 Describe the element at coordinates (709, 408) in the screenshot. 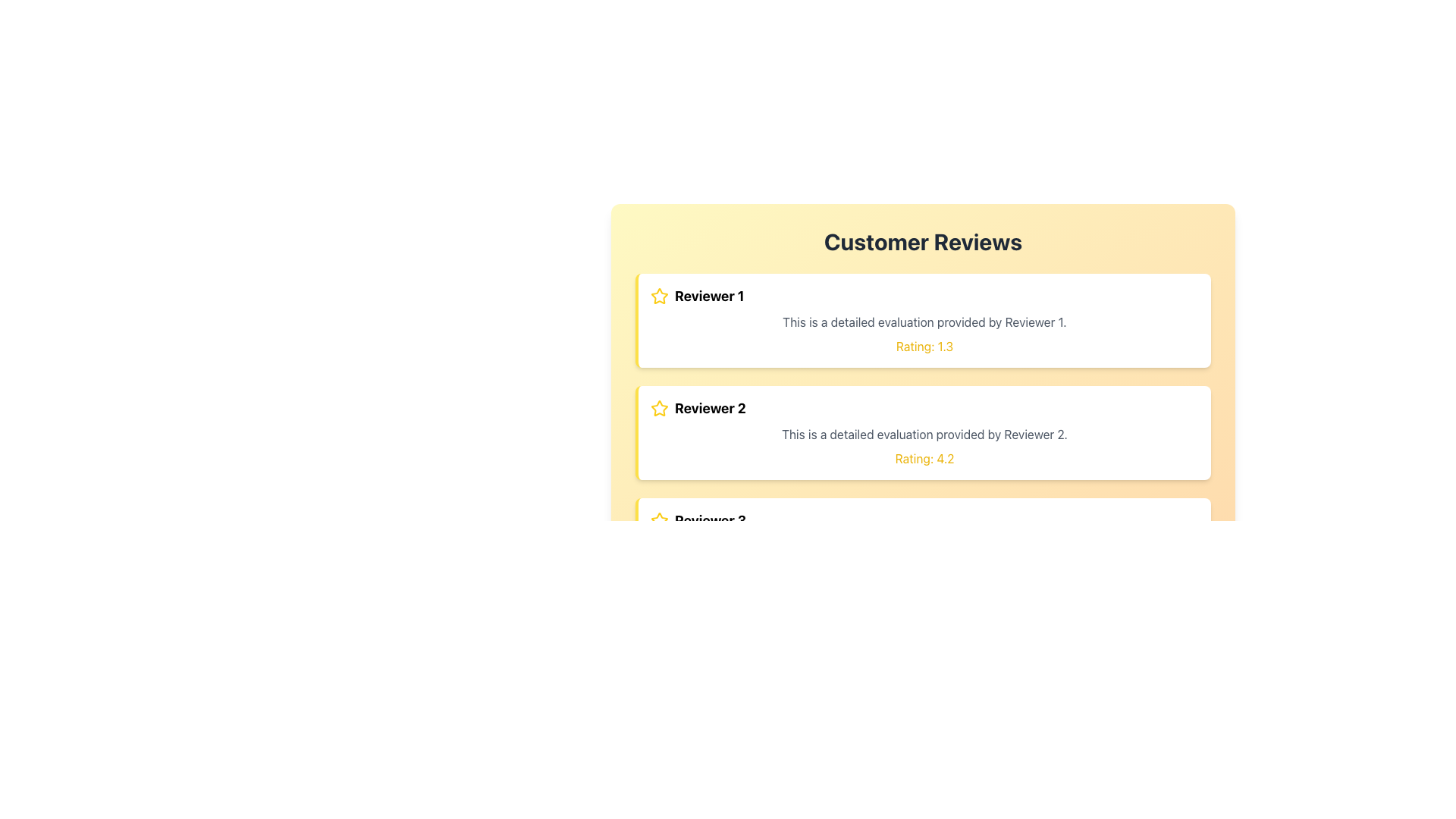

I see `the text label that identifies the reviewer associated with the content in the second review card, located to the right of a star icon` at that location.